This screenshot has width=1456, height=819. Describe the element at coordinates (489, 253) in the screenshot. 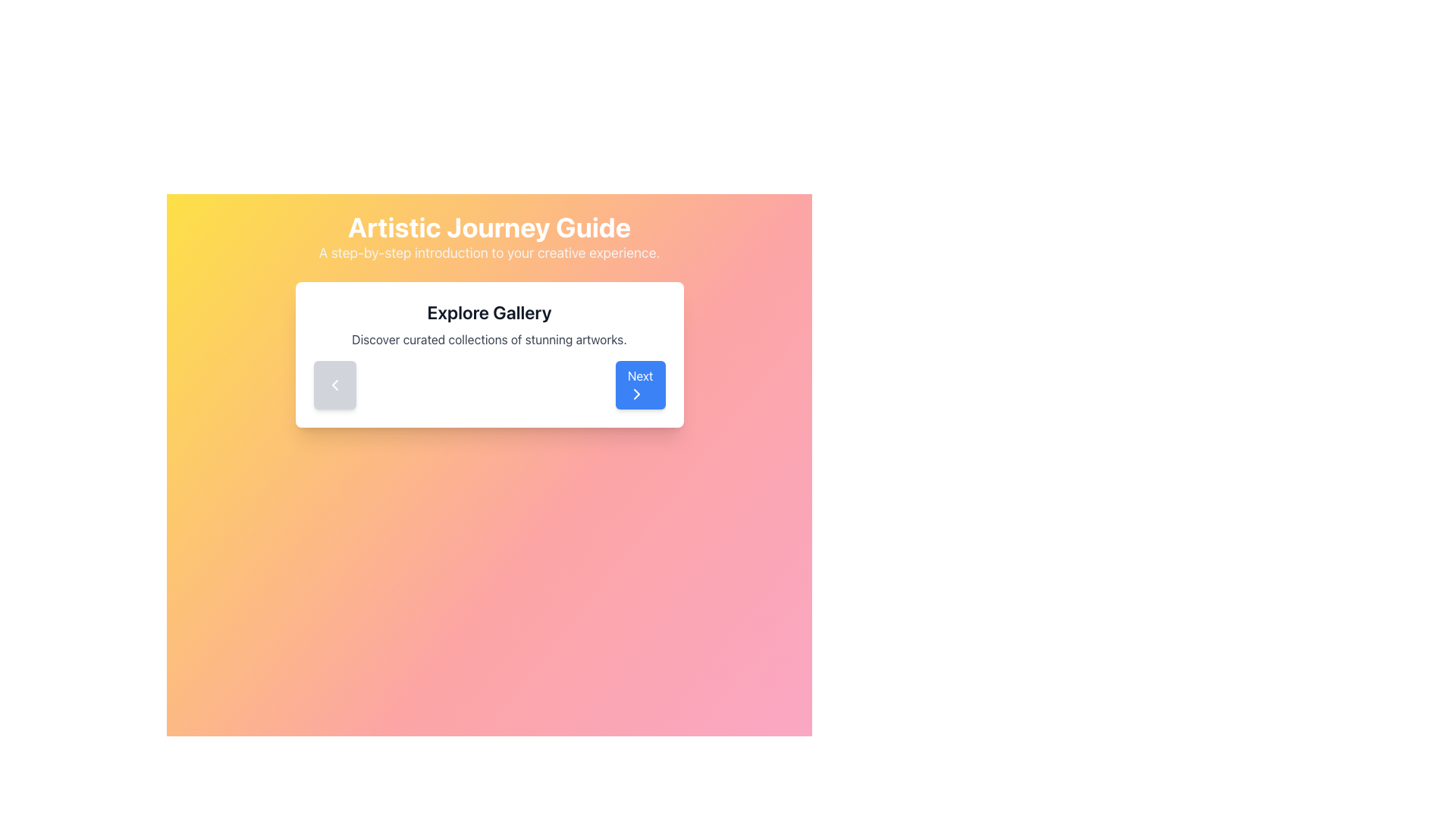

I see `the static text element that provides a subtitle or supportive explanation for 'Artistic Journey Guide', located directly beneath it` at that location.